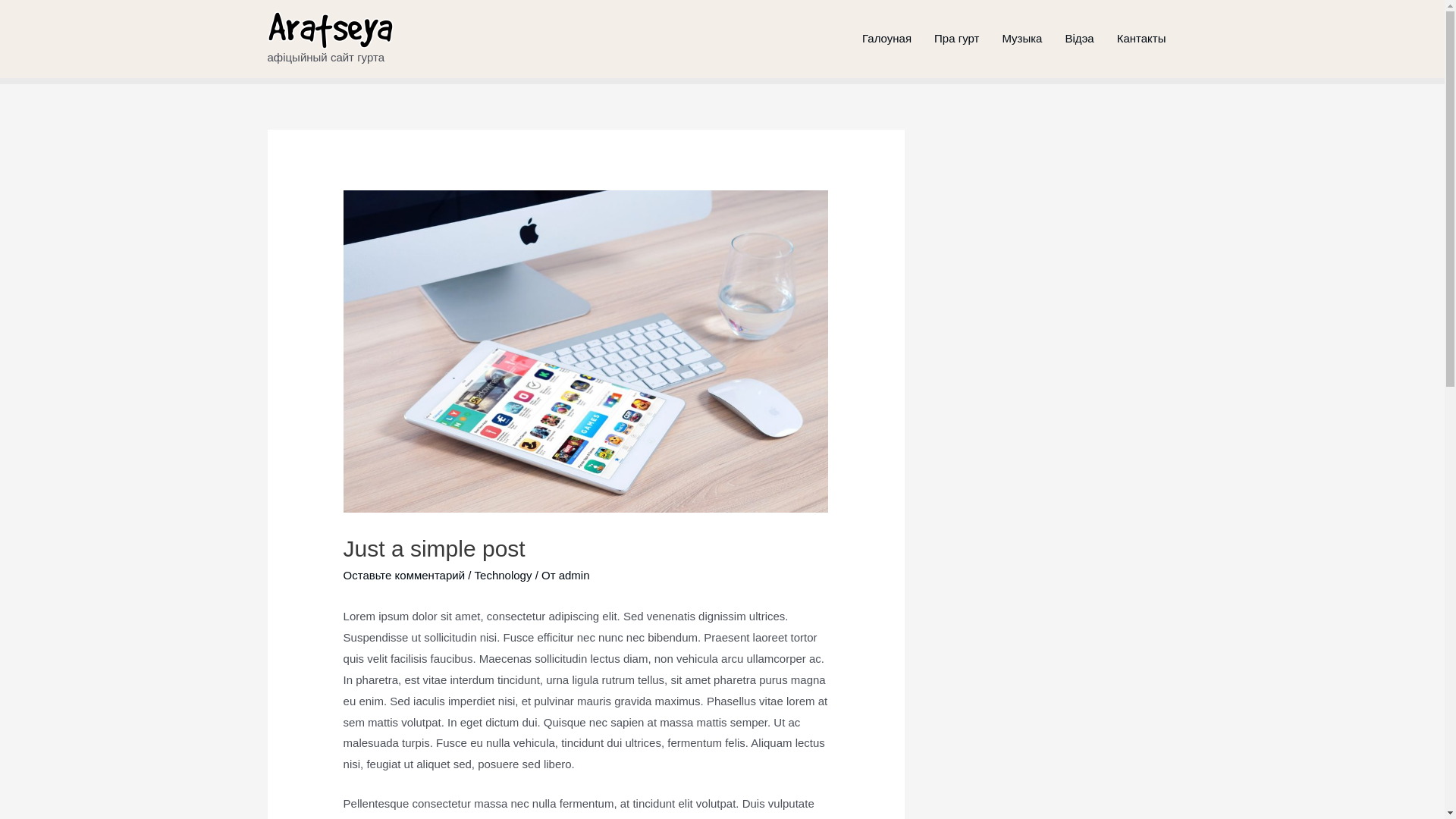 This screenshot has height=819, width=1456. I want to click on 'Technology', so click(503, 575).